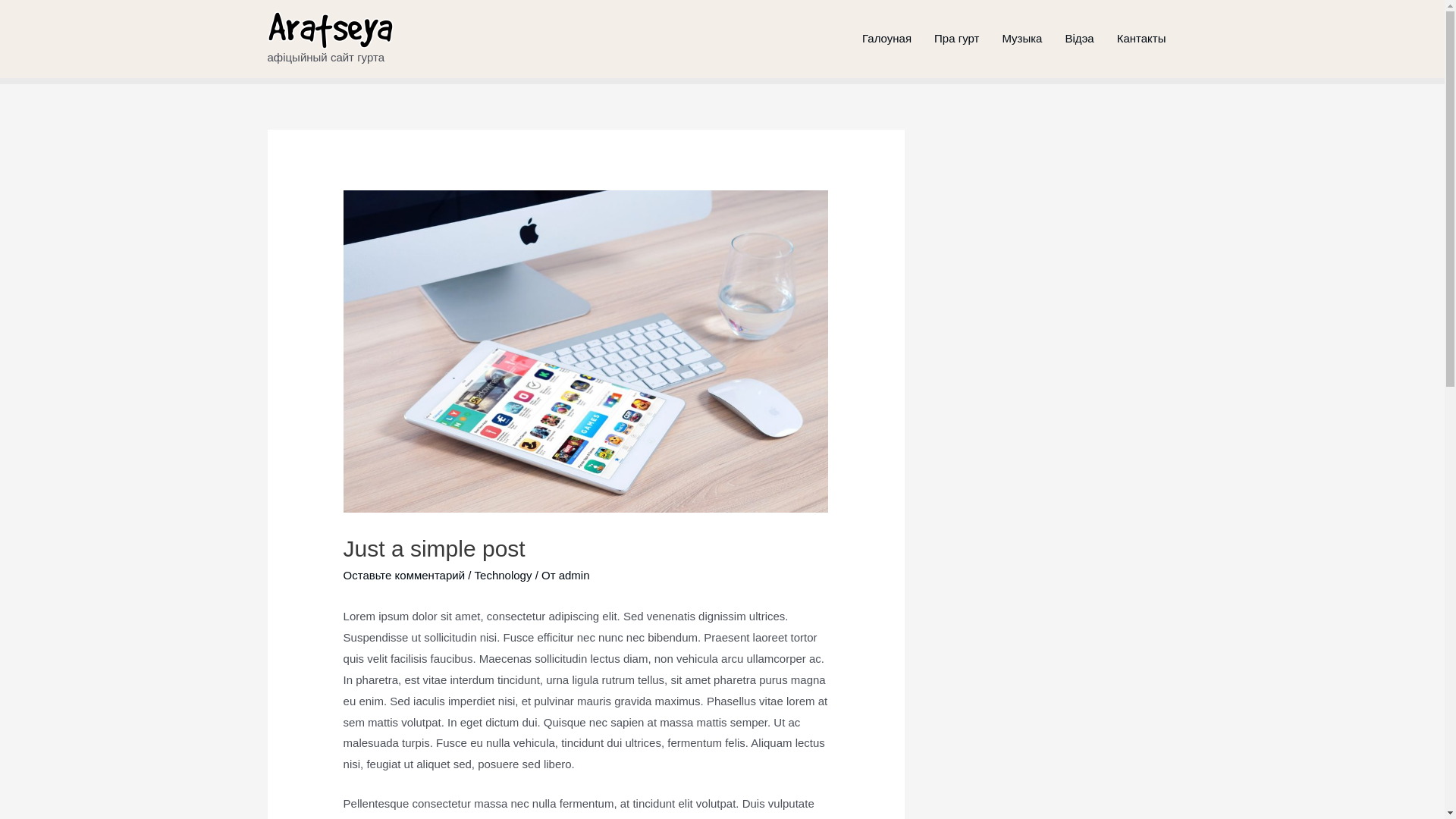 This screenshot has height=819, width=1456. I want to click on 'Technology', so click(503, 575).